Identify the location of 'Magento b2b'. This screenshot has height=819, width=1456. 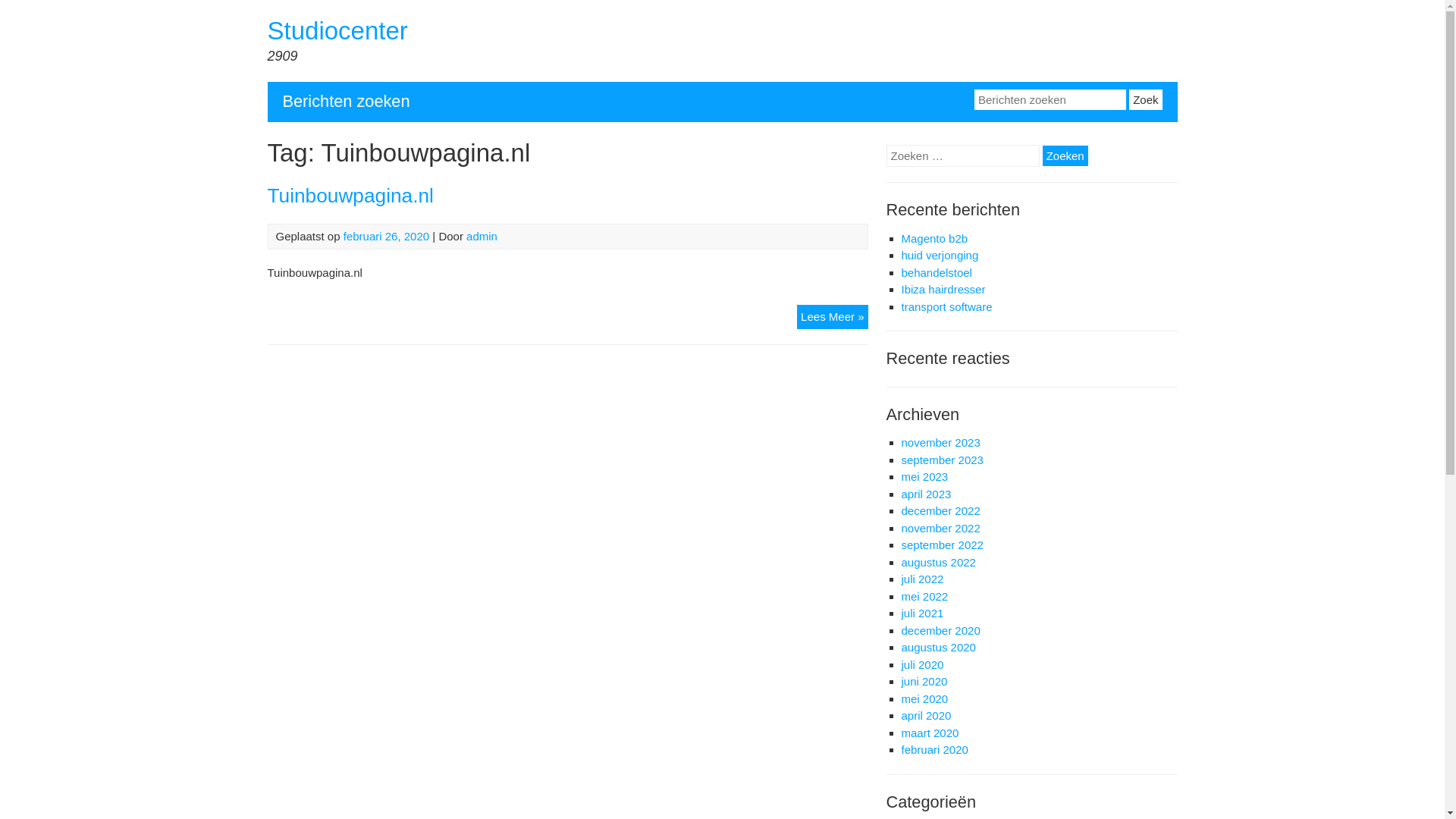
(934, 238).